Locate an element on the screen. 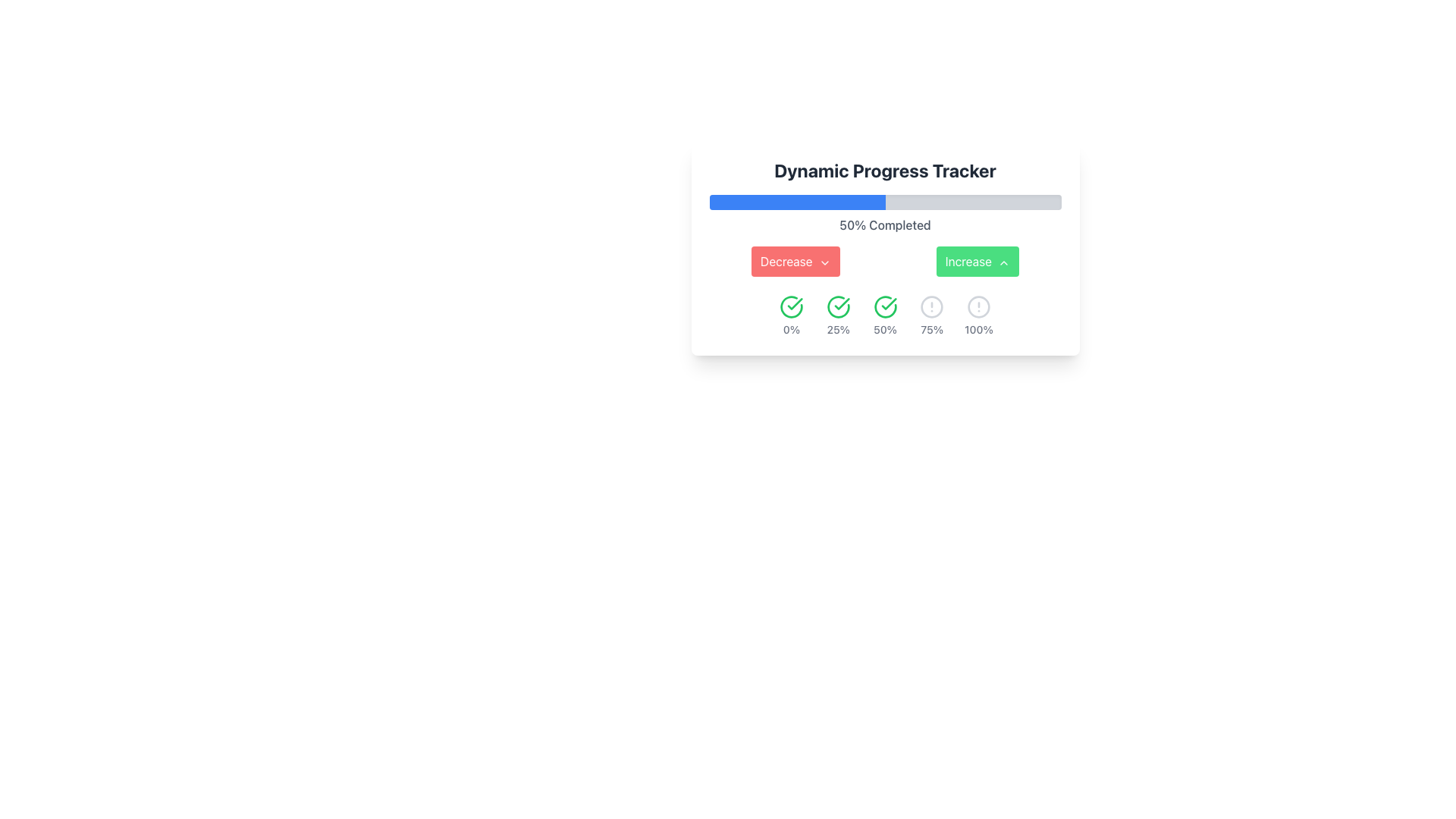 The height and width of the screenshot is (819, 1456). the 25% progress milestone icon, which is the second icon from the left in the sequence of progress percentage icons is located at coordinates (837, 307).